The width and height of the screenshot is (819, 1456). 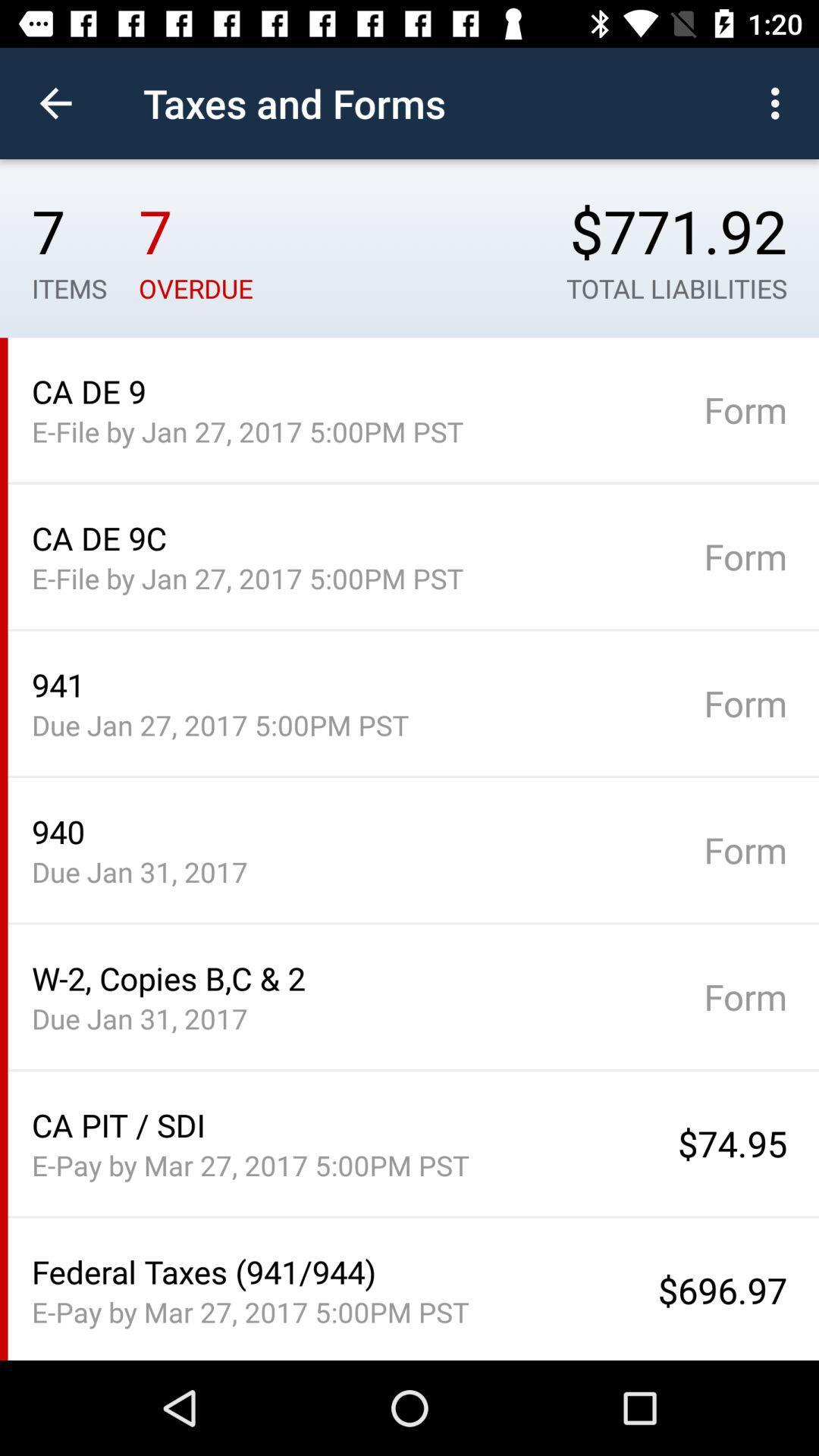 What do you see at coordinates (55, 102) in the screenshot?
I see `the item to the left of taxes and forms` at bounding box center [55, 102].